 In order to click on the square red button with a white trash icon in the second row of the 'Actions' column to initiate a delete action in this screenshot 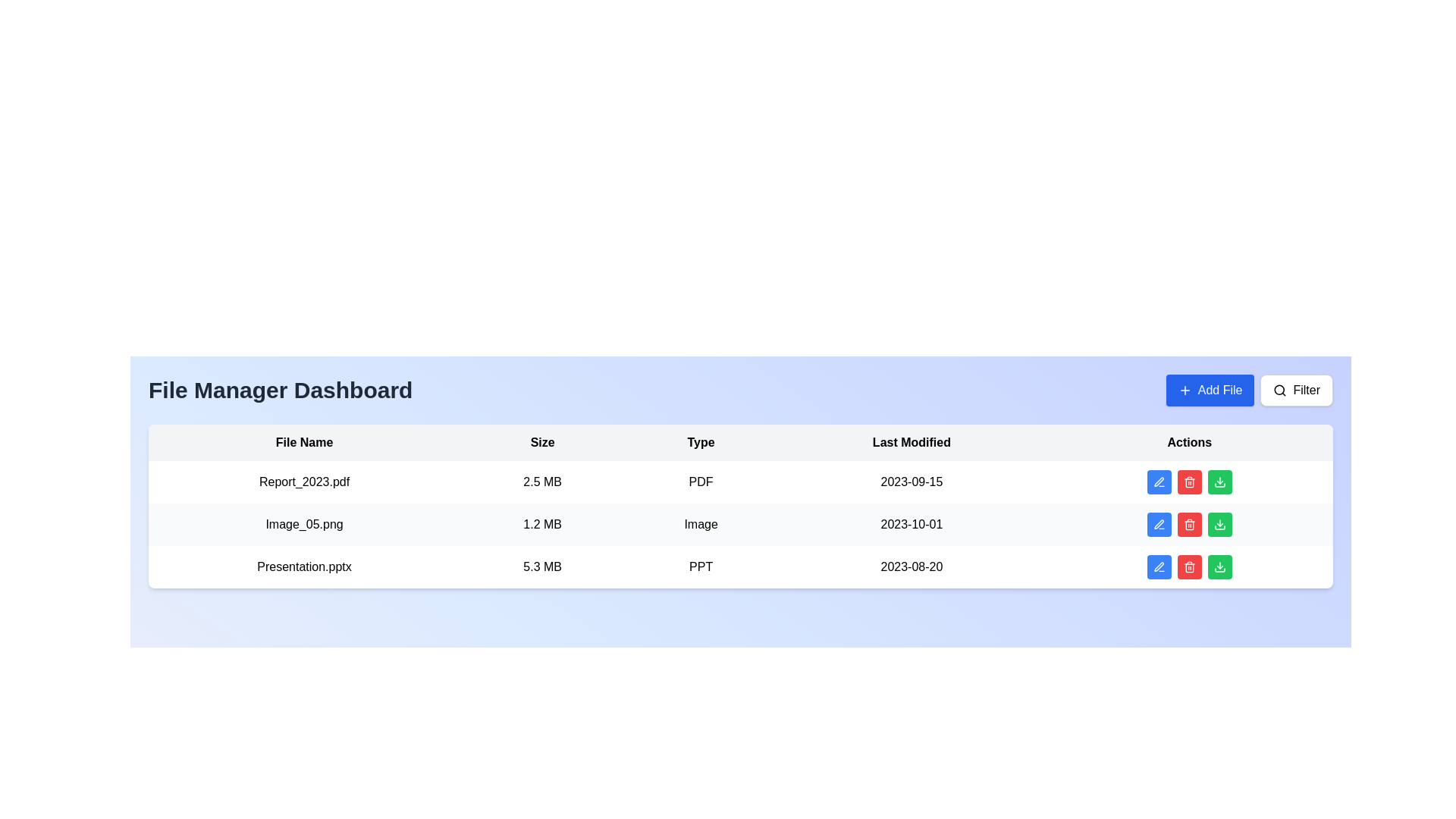, I will do `click(1188, 523)`.